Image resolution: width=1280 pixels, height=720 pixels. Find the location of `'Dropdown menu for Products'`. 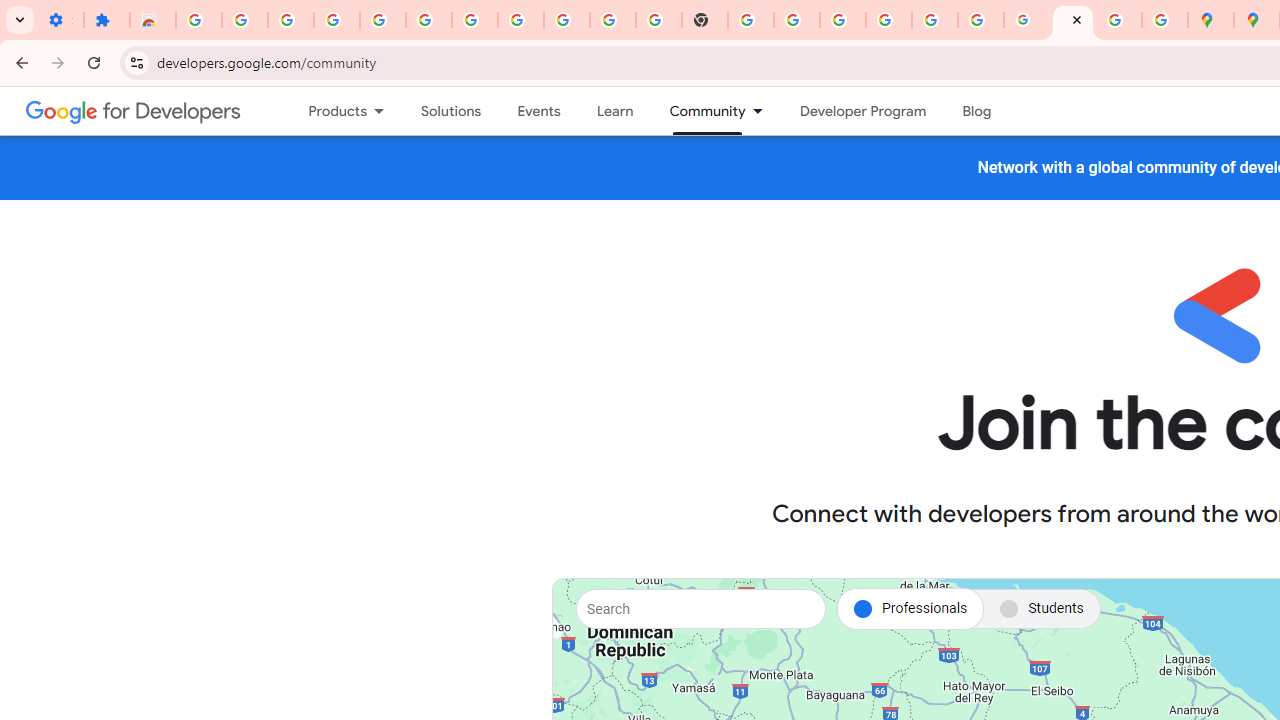

'Dropdown menu for Products' is located at coordinates (385, 111).